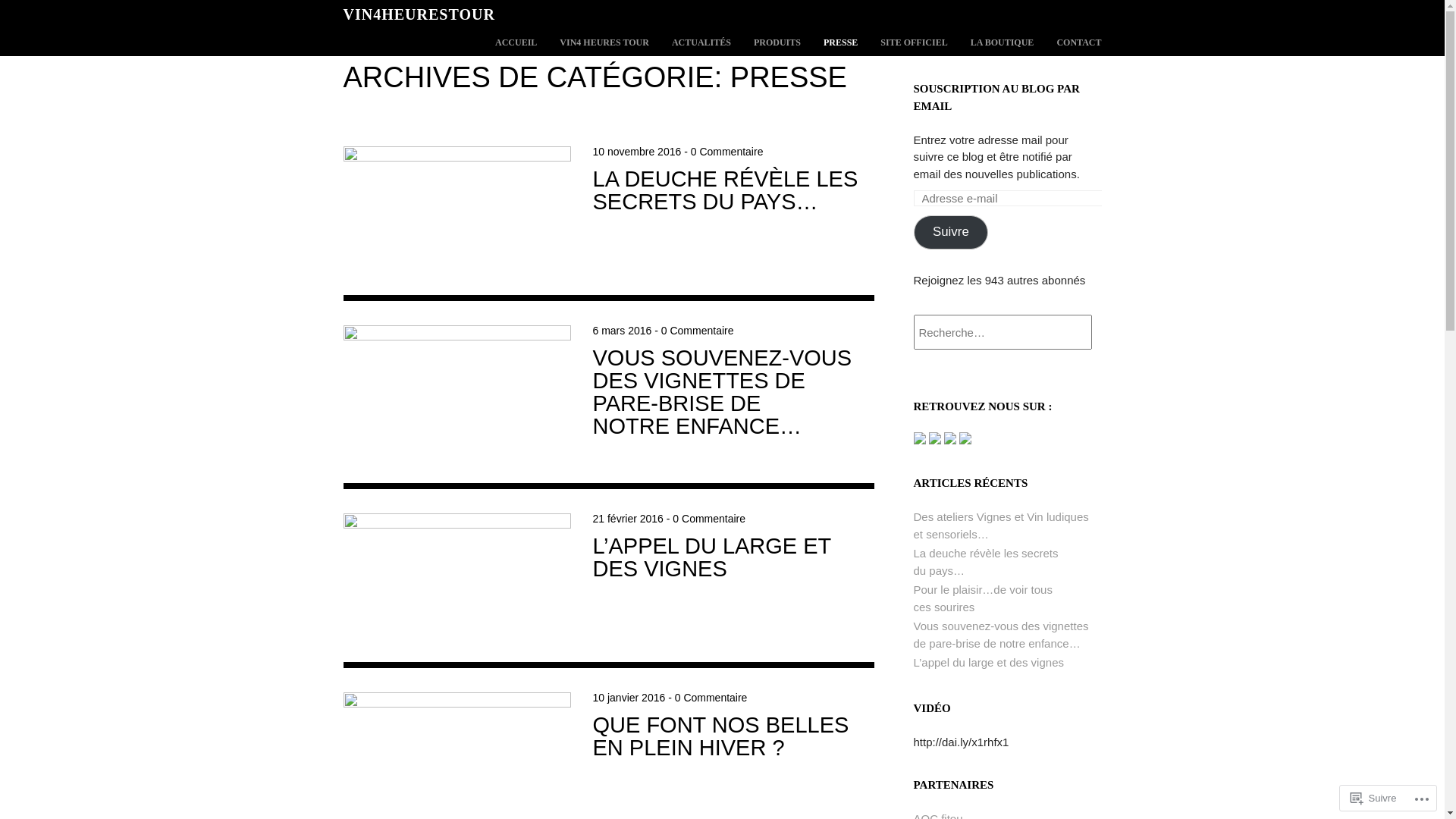 Image resolution: width=1456 pixels, height=819 pixels. Describe the element at coordinates (935, 440) in the screenshot. I see `'Se connecter sur Twitter de vin4 heures tour'` at that location.